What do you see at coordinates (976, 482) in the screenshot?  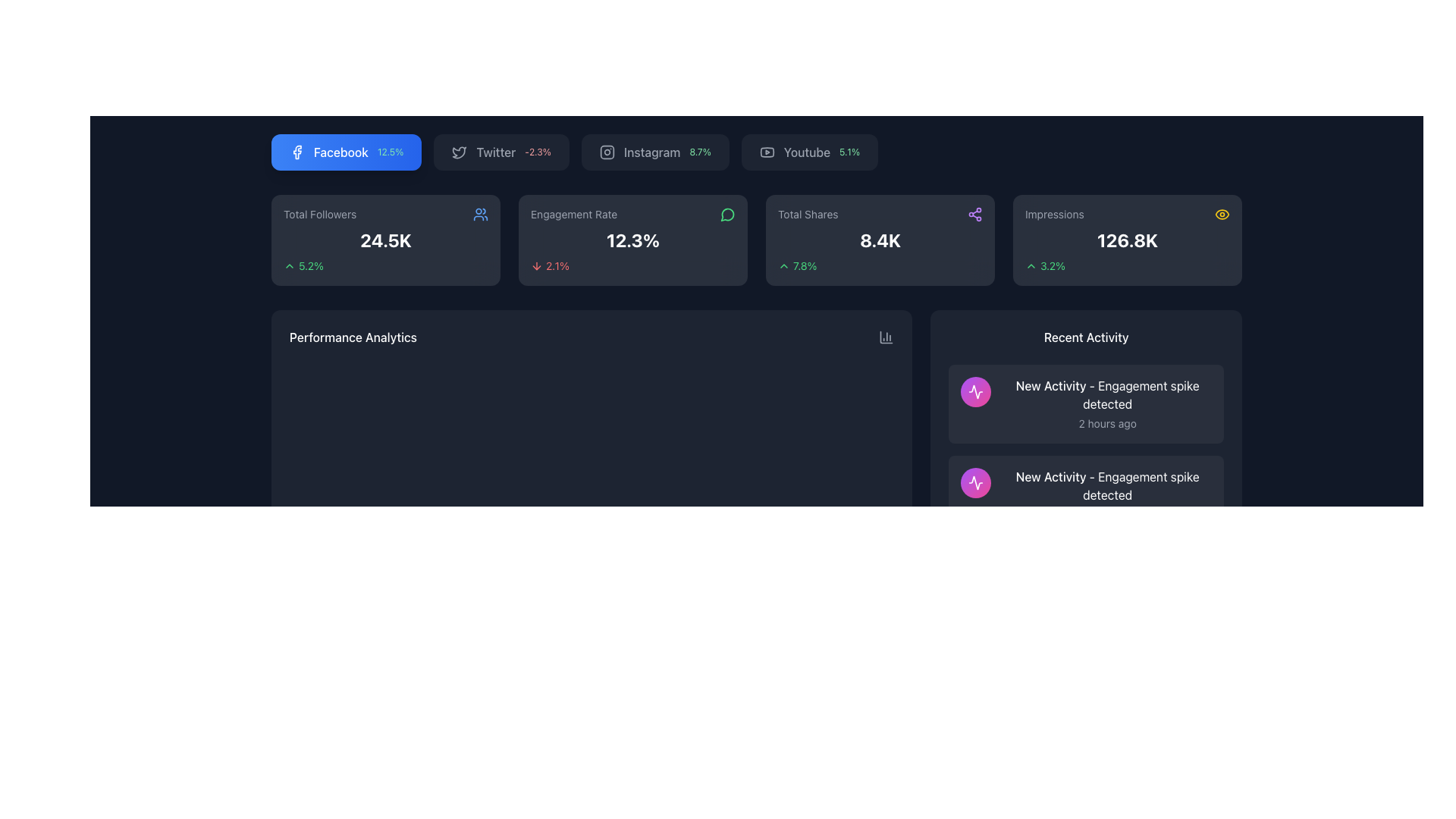 I see `the circular gradient button transitioning from purple to pink located at the top-left corner of the second activity card in the right column, just below the 'New Activity - Engagement spike detected' text` at bounding box center [976, 482].